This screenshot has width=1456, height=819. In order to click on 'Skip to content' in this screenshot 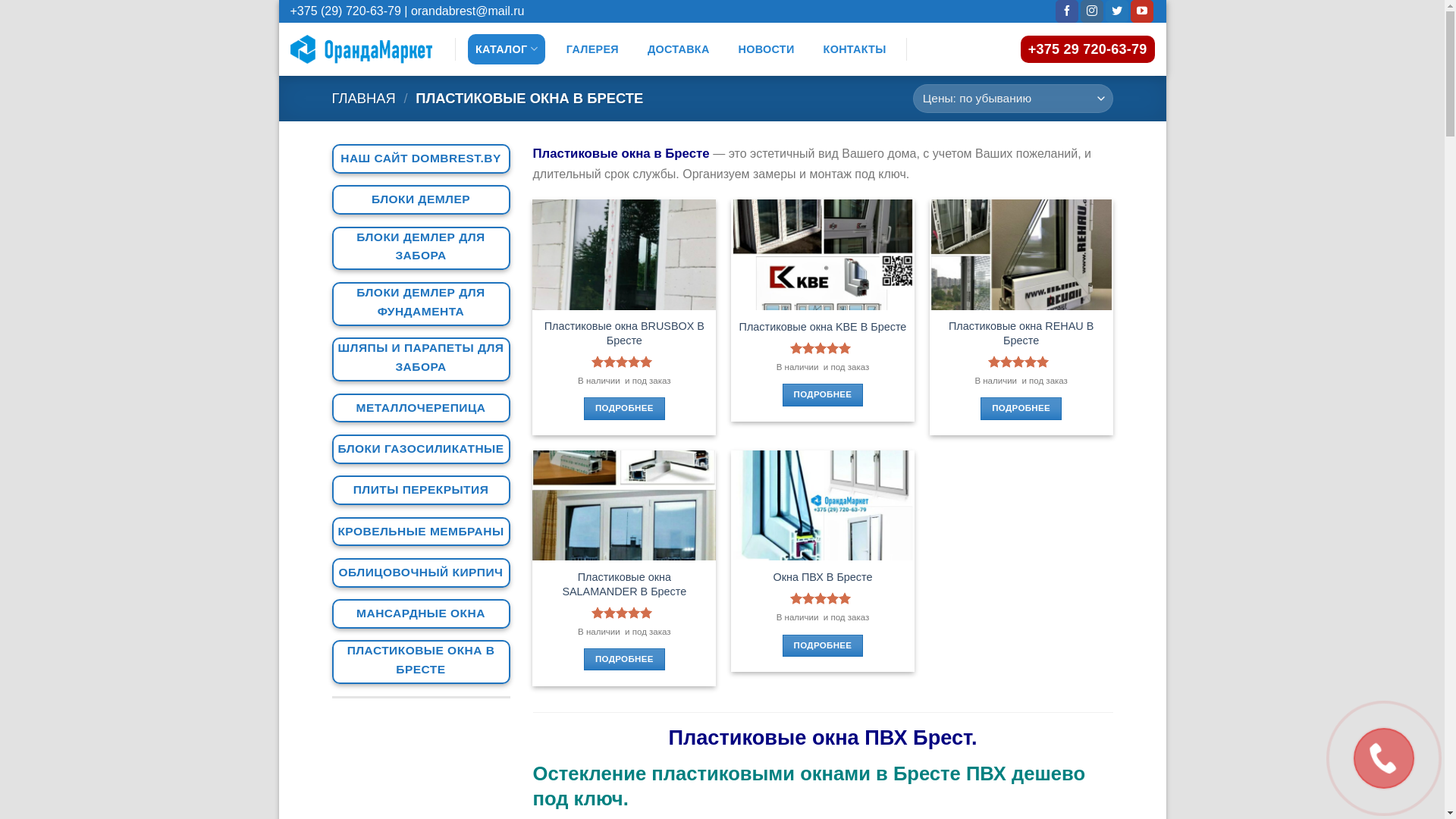, I will do `click(279, 0)`.